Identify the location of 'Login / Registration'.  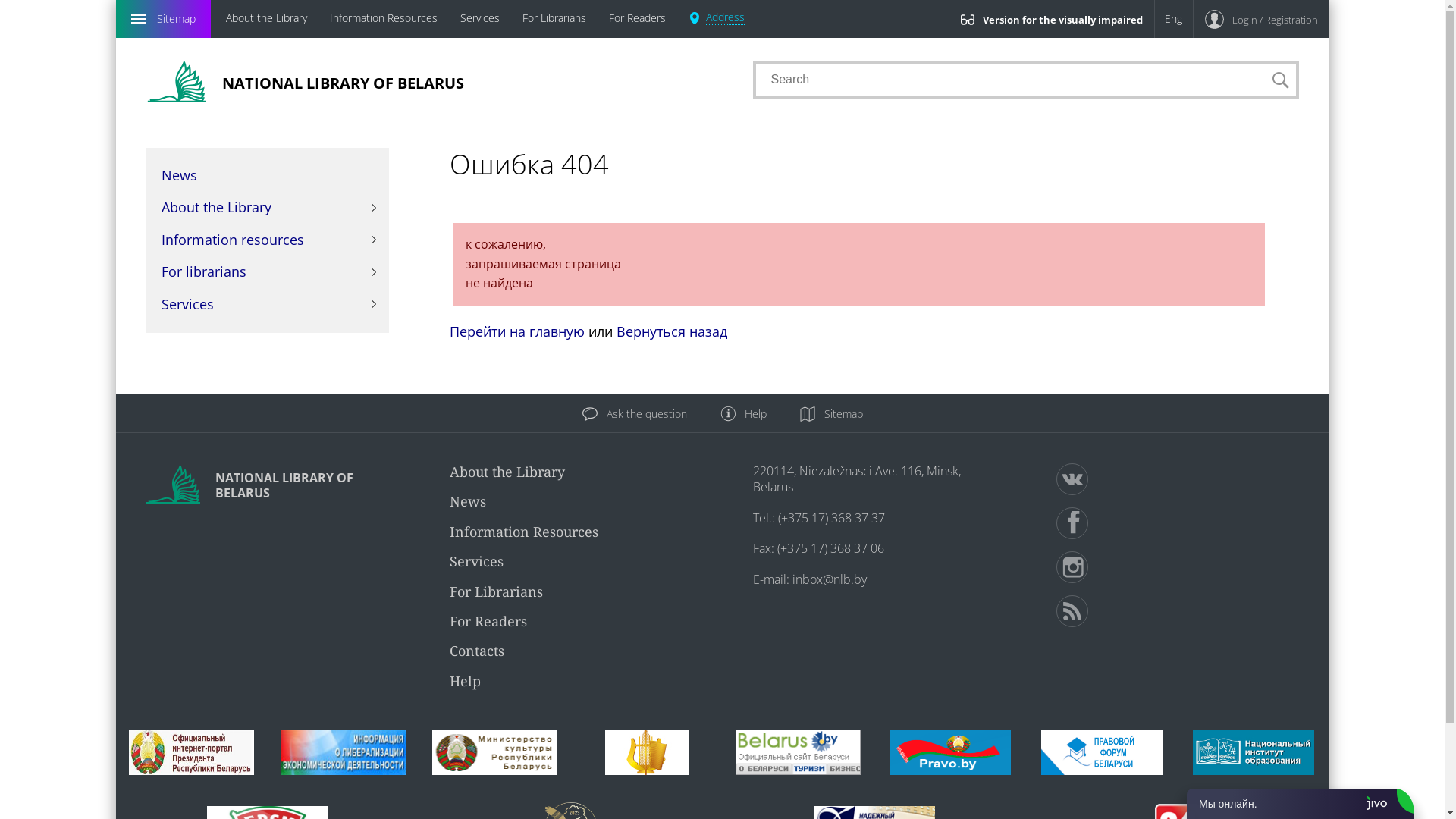
(1193, 18).